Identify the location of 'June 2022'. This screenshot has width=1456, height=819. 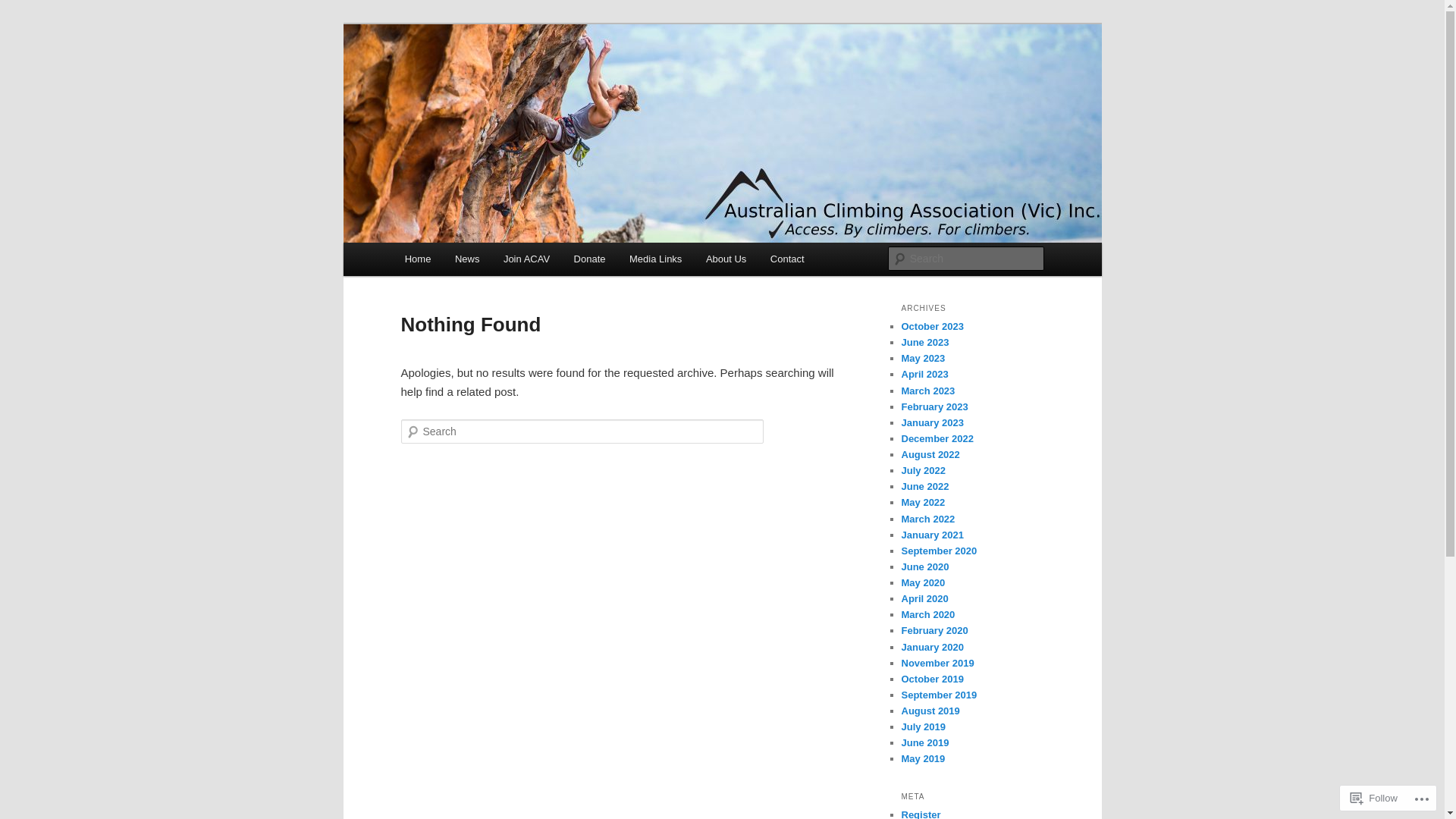
(901, 486).